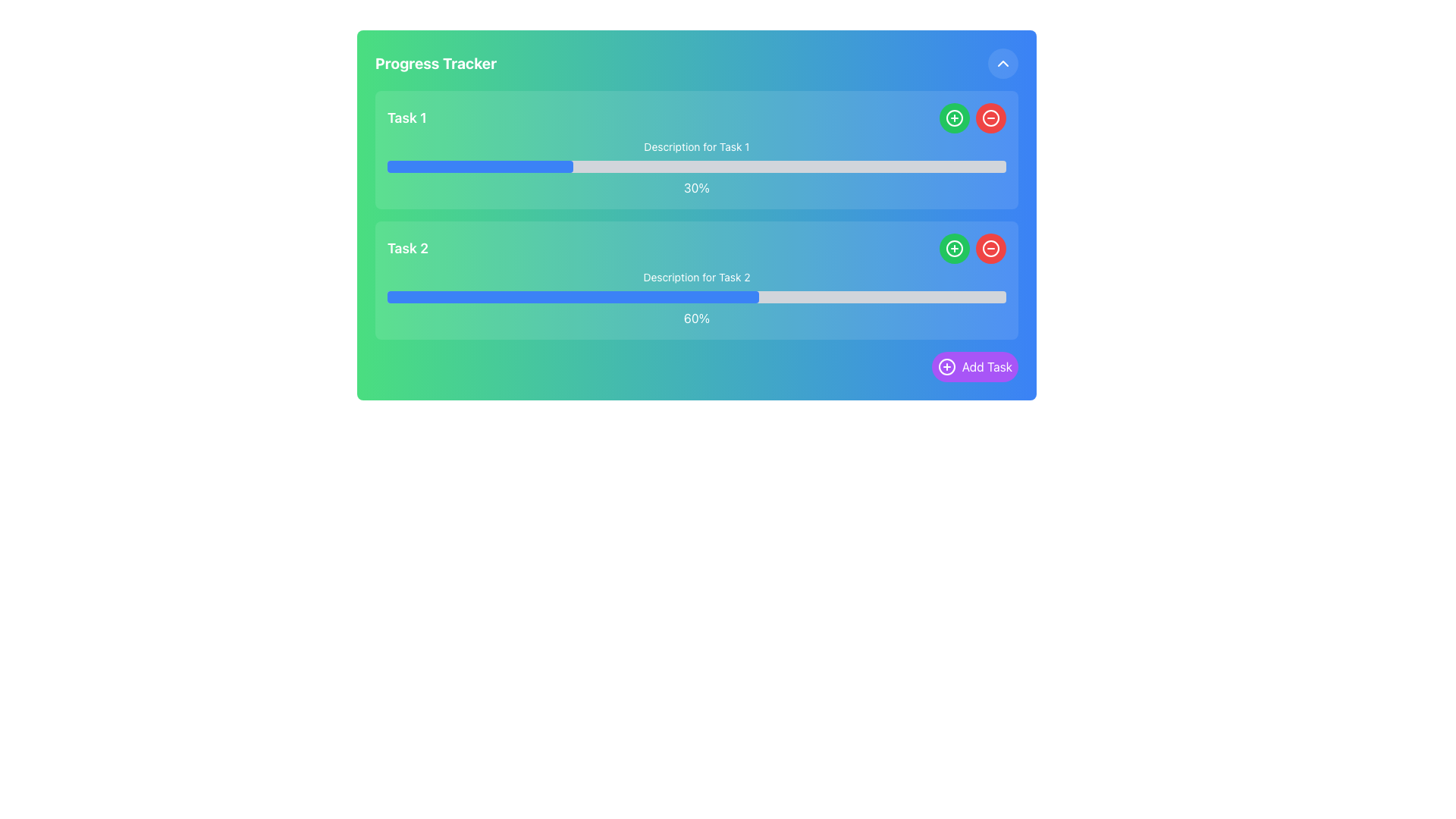 The height and width of the screenshot is (819, 1456). I want to click on the Text Label displaying '30%' in white text, so click(695, 187).